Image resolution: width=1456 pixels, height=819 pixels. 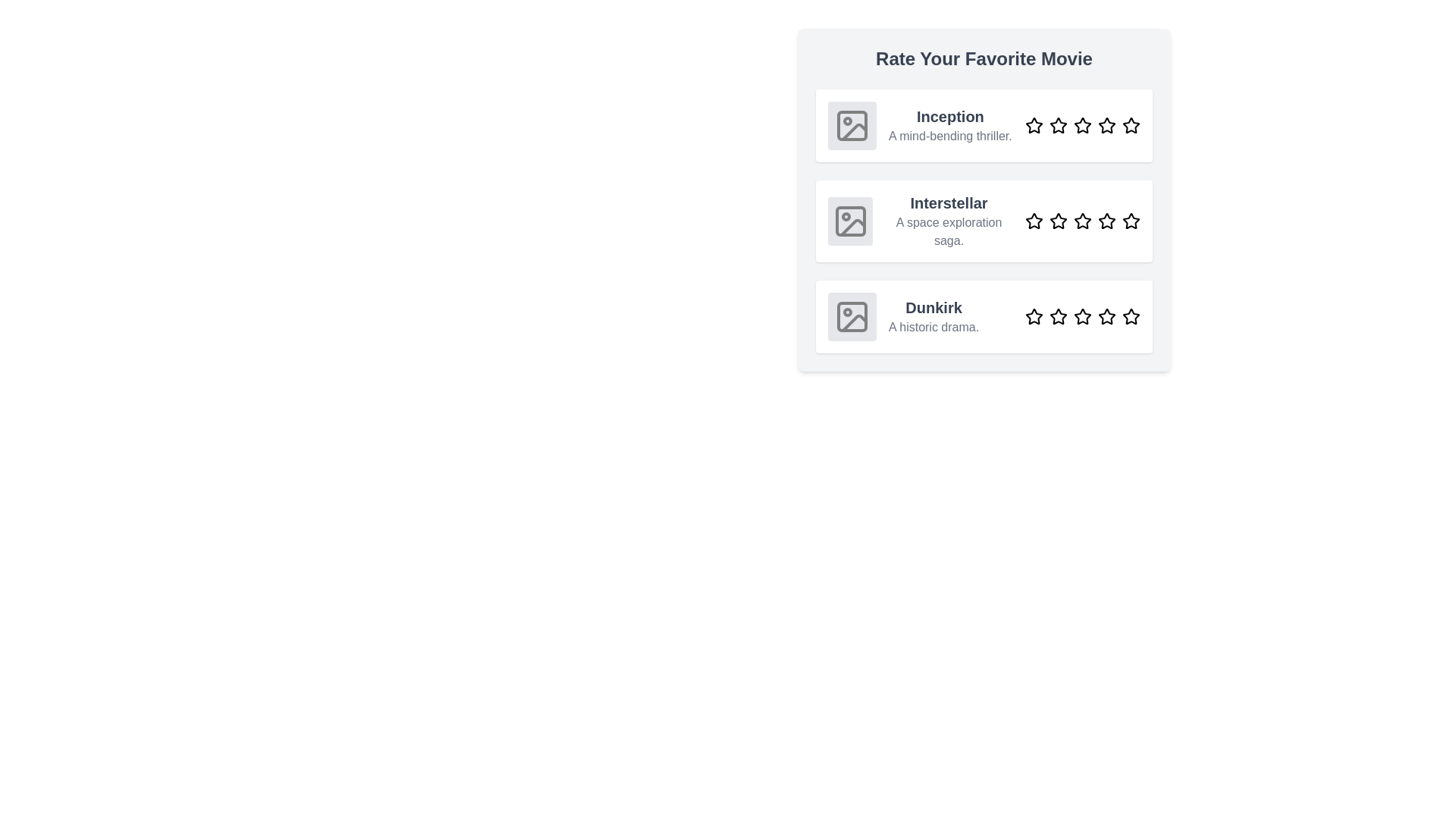 What do you see at coordinates (1106, 221) in the screenshot?
I see `the fourth star-shaped icon in the rating section for the movie 'Interstellar'` at bounding box center [1106, 221].